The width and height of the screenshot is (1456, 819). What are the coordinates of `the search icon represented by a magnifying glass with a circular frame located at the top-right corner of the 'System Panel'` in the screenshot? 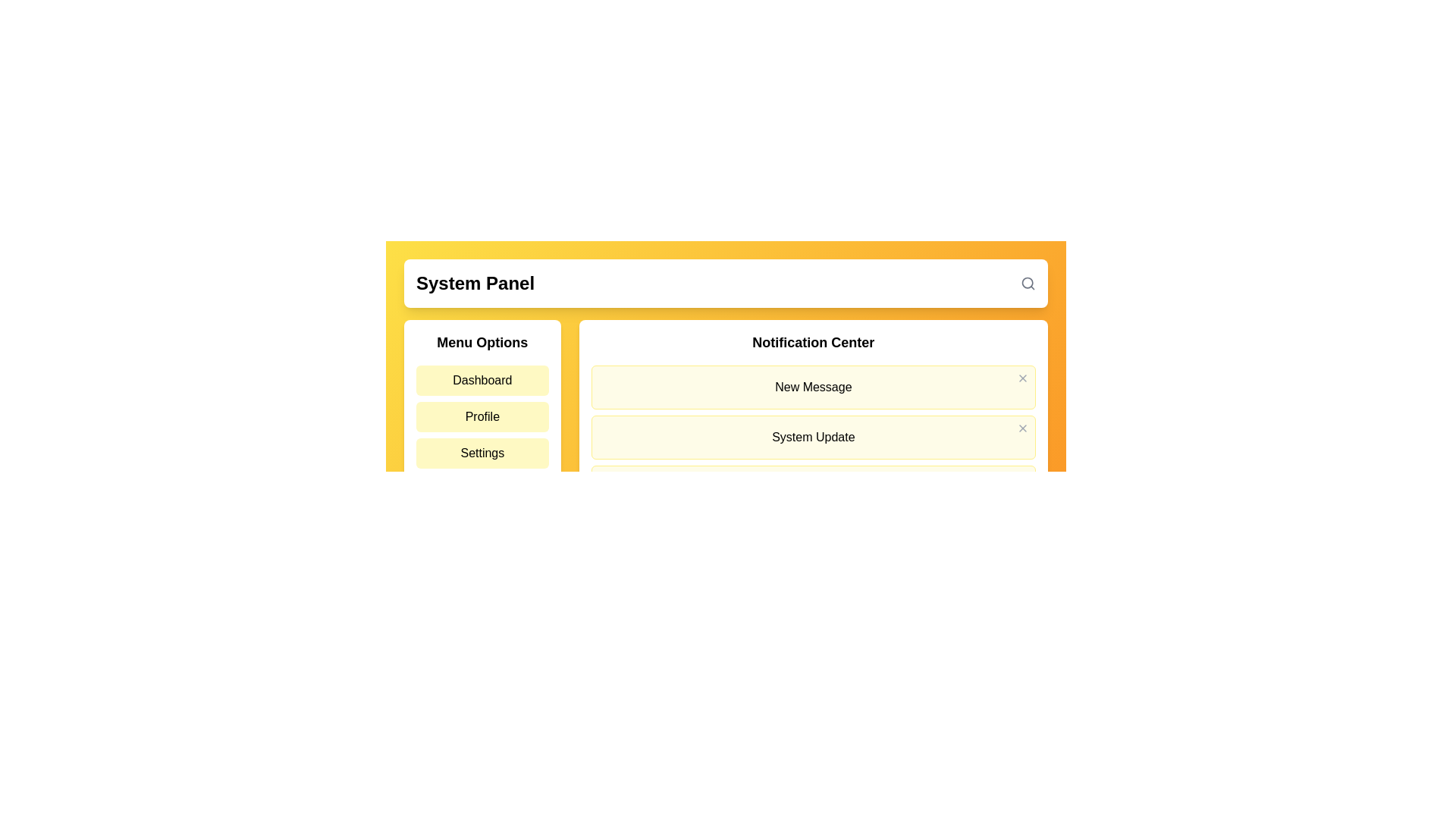 It's located at (1028, 284).